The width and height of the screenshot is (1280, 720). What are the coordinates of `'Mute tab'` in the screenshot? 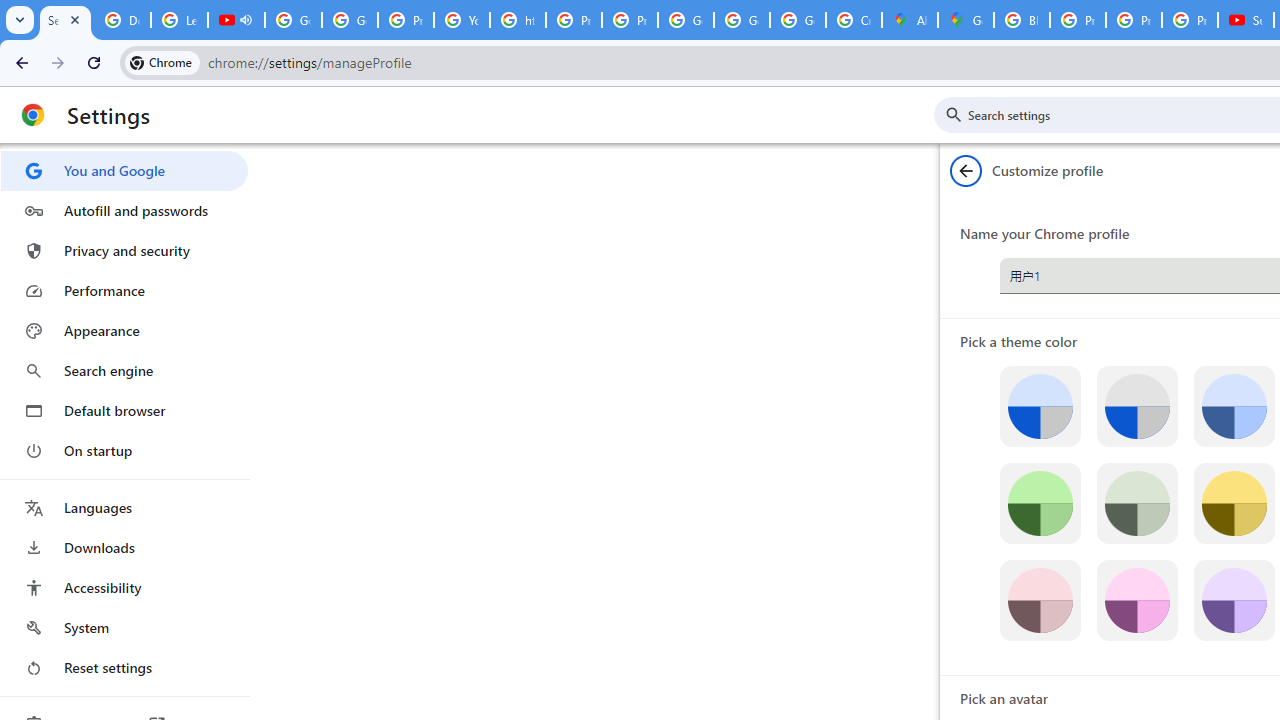 It's located at (244, 20).